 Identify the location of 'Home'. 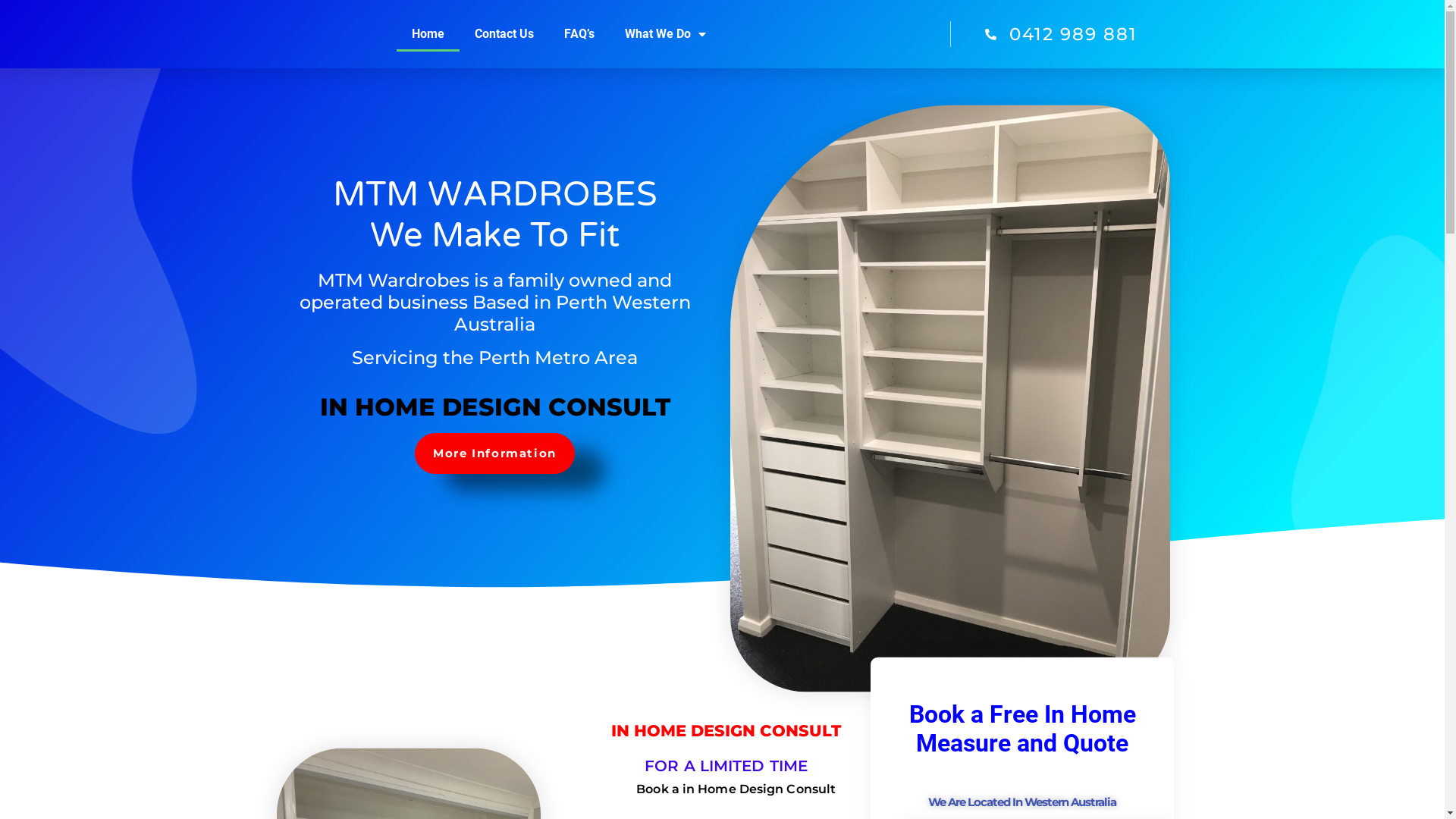
(427, 34).